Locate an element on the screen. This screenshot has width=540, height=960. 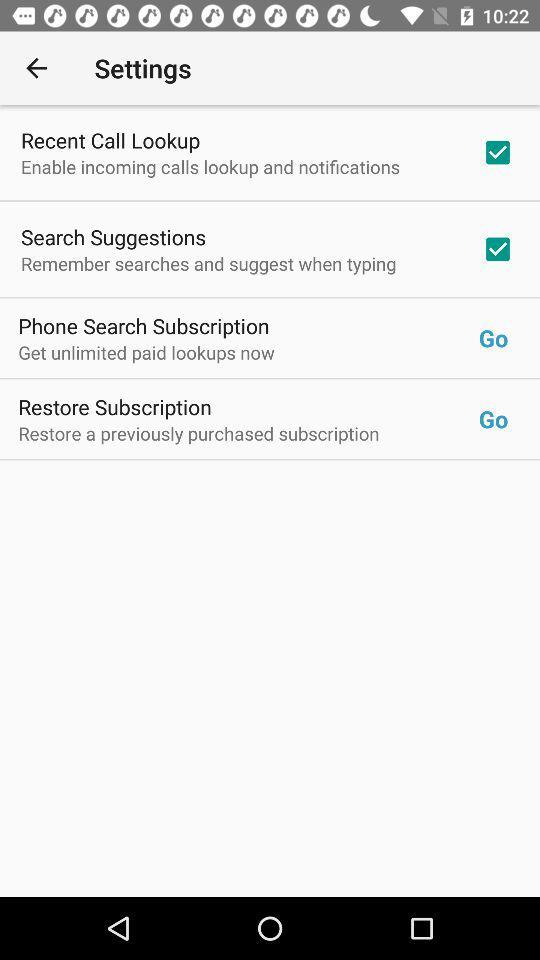
the item below the restore subscription is located at coordinates (248, 433).